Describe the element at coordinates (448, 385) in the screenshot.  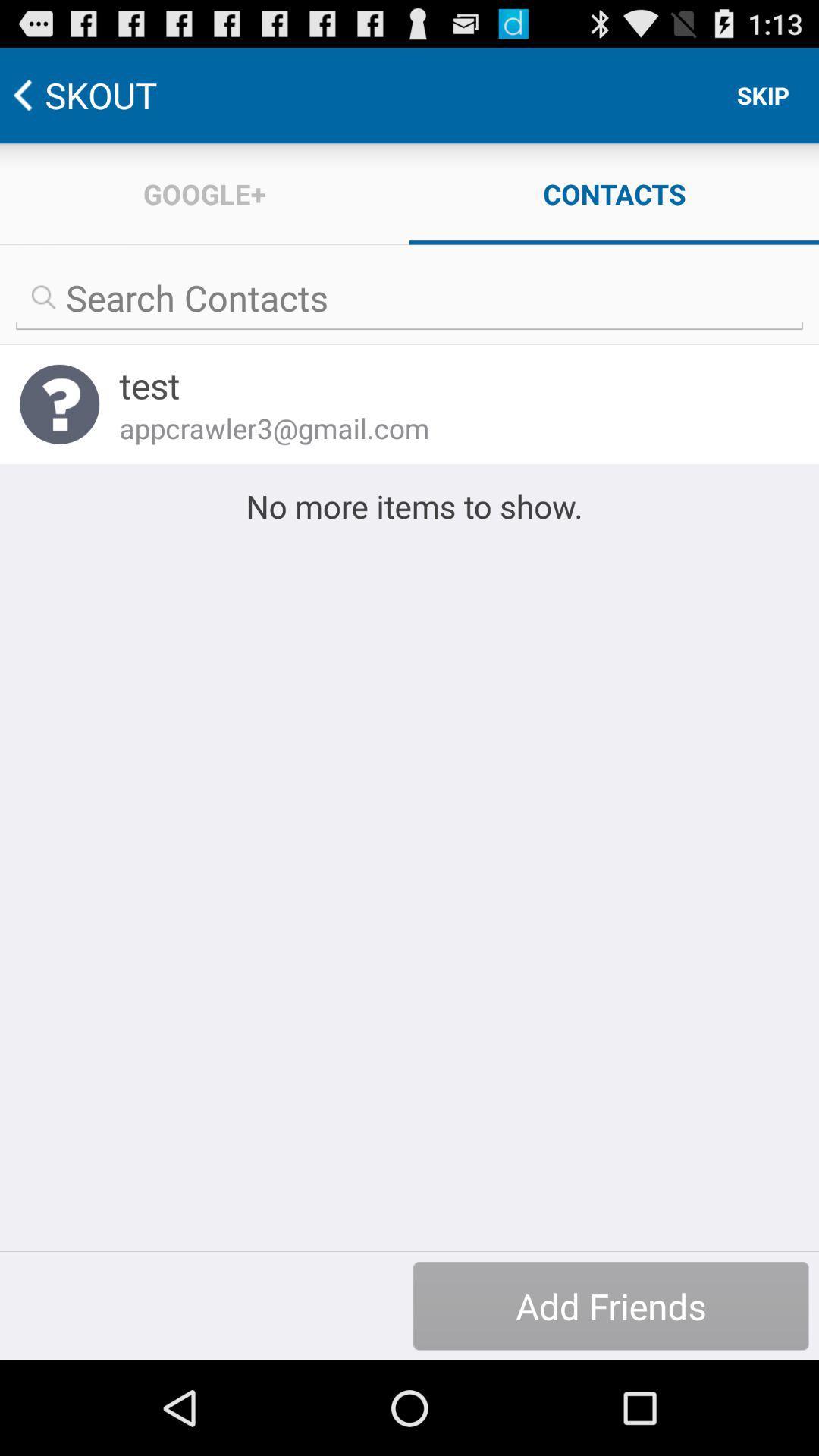
I see `the item above appcrawler3@gmail.com` at that location.